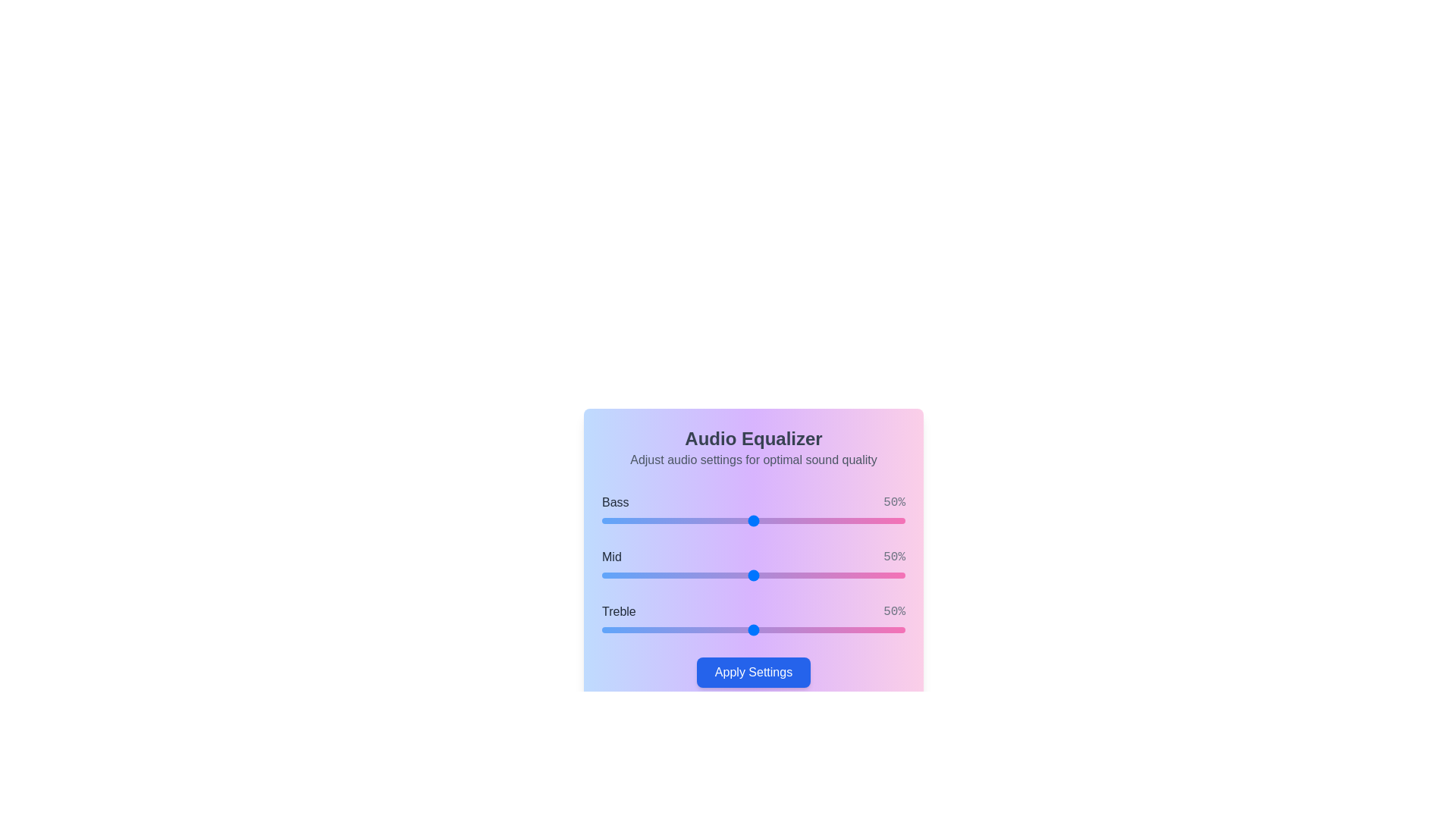 The height and width of the screenshot is (819, 1456). I want to click on the 1 slider to 1%, so click(604, 576).